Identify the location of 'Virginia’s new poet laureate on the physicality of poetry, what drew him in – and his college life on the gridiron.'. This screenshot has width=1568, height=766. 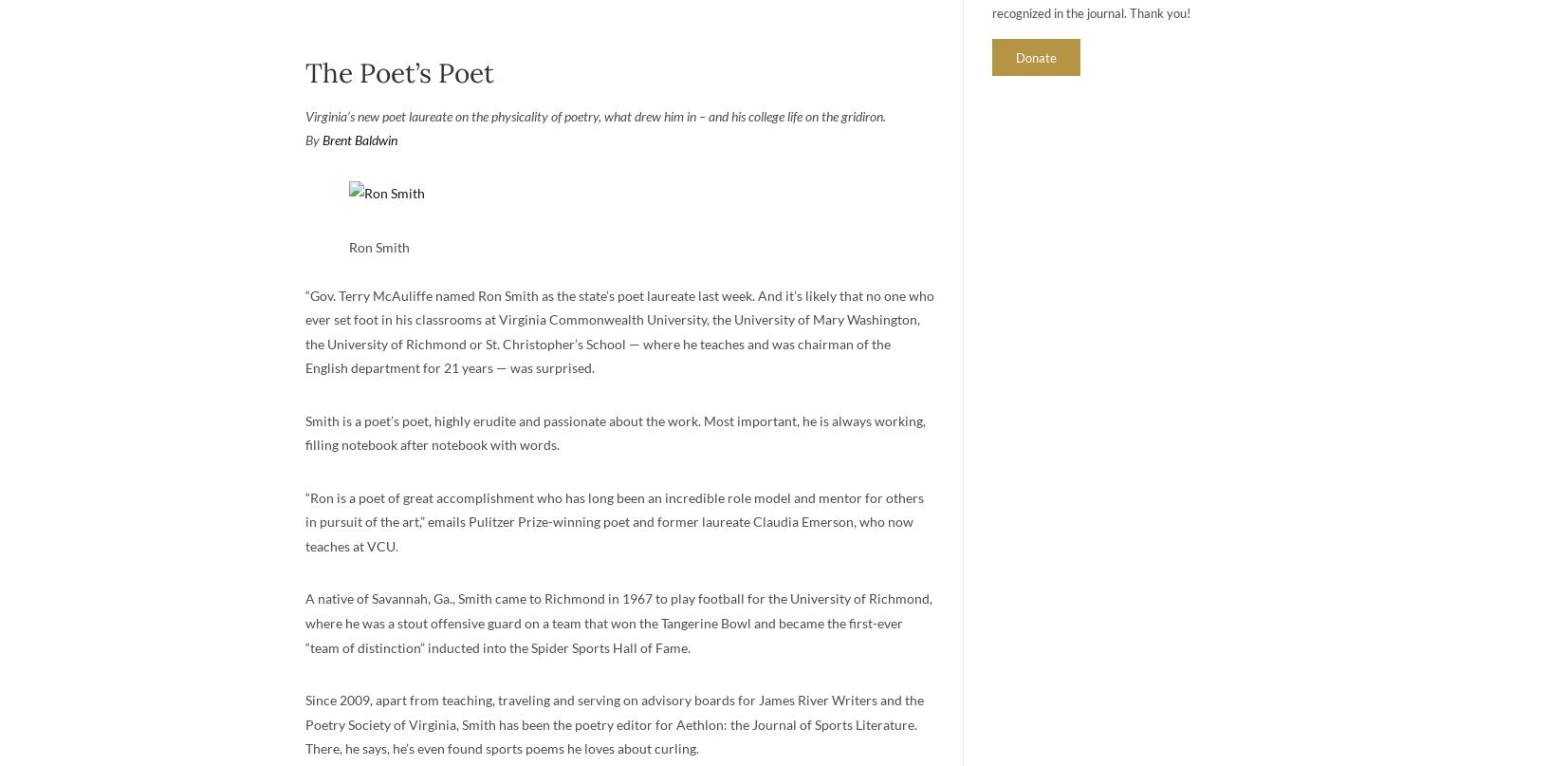
(593, 114).